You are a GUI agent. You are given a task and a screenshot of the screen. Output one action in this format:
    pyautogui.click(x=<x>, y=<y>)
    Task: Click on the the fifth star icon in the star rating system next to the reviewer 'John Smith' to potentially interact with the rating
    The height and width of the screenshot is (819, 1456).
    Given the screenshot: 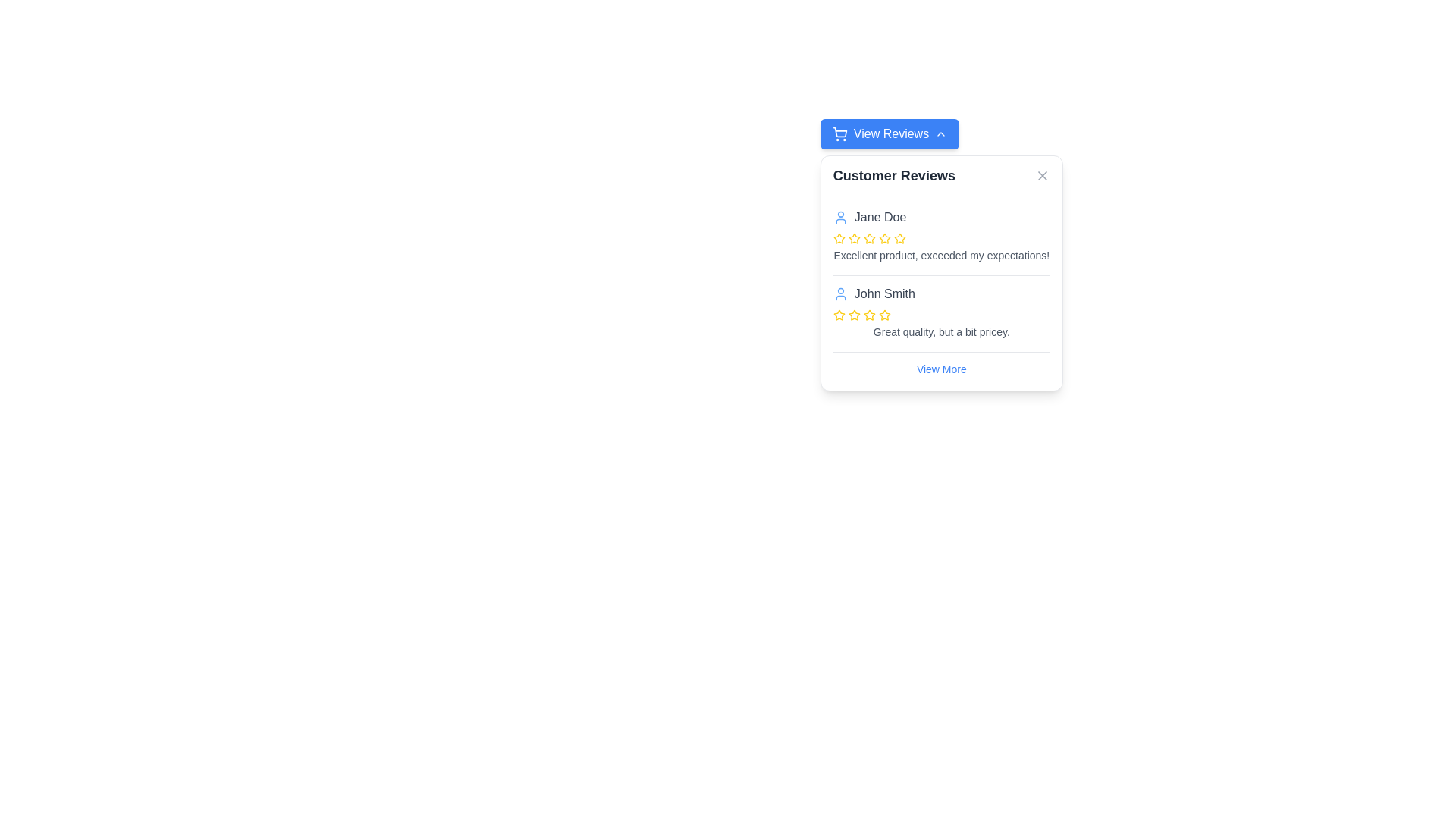 What is the action you would take?
    pyautogui.click(x=869, y=315)
    